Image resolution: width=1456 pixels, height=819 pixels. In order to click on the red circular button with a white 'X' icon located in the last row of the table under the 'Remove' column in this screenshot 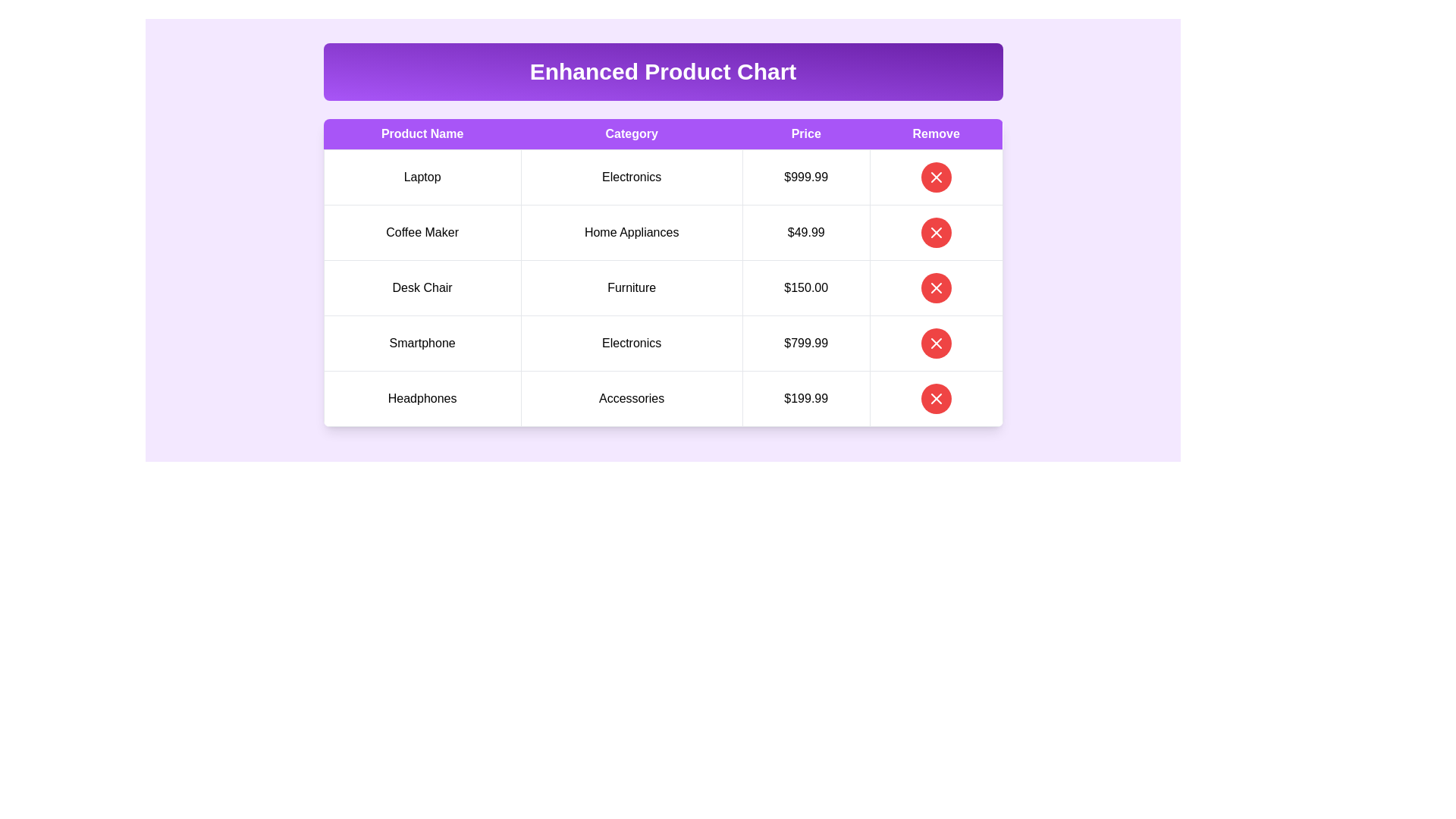, I will do `click(935, 397)`.